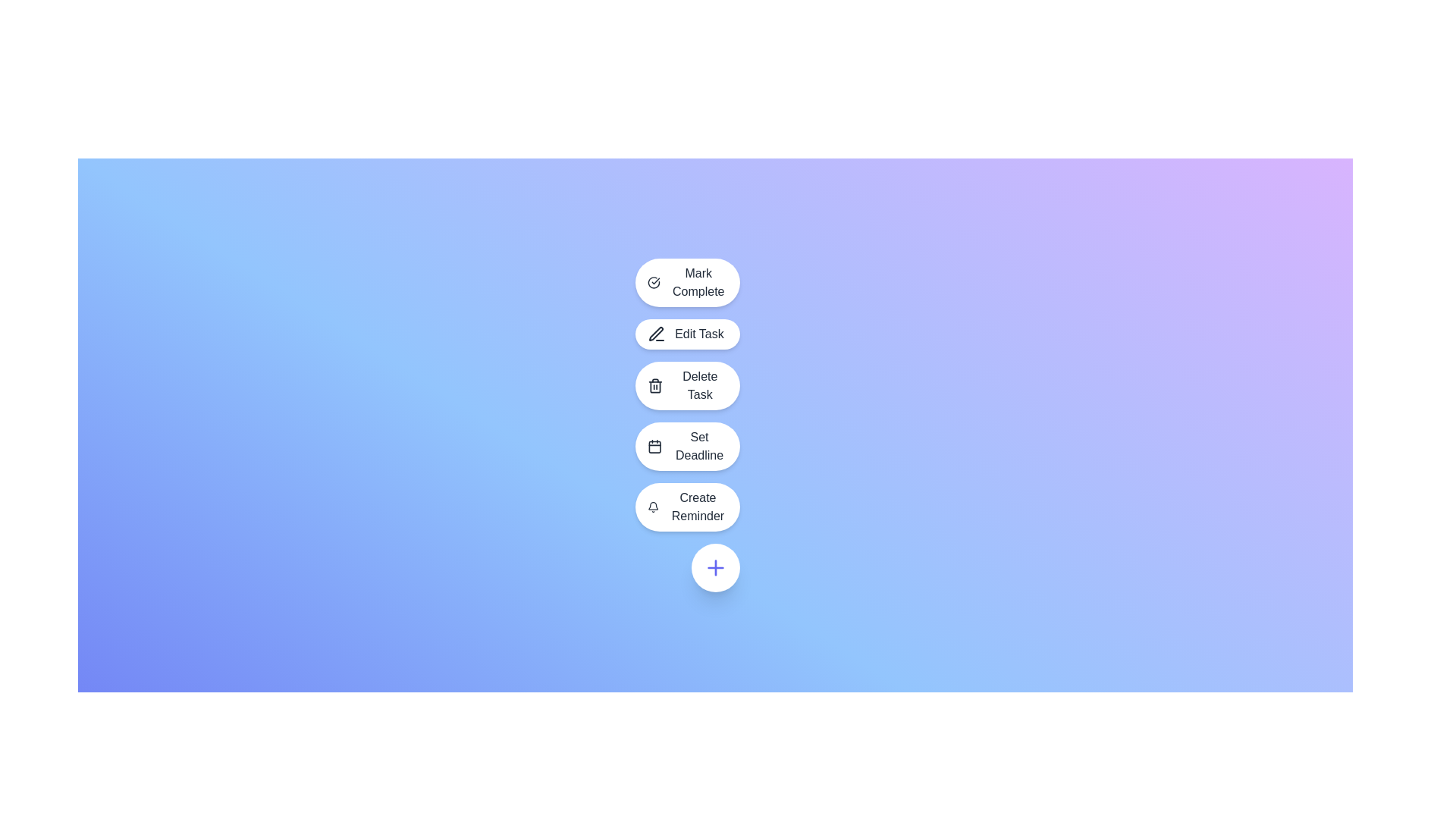 This screenshot has width=1456, height=819. Describe the element at coordinates (686, 446) in the screenshot. I see `the 'Set Deadline' button, which is a rounded button with a white background and a calendar icon, located between the 'Delete Task' button and the 'Create Reminder' button` at that location.